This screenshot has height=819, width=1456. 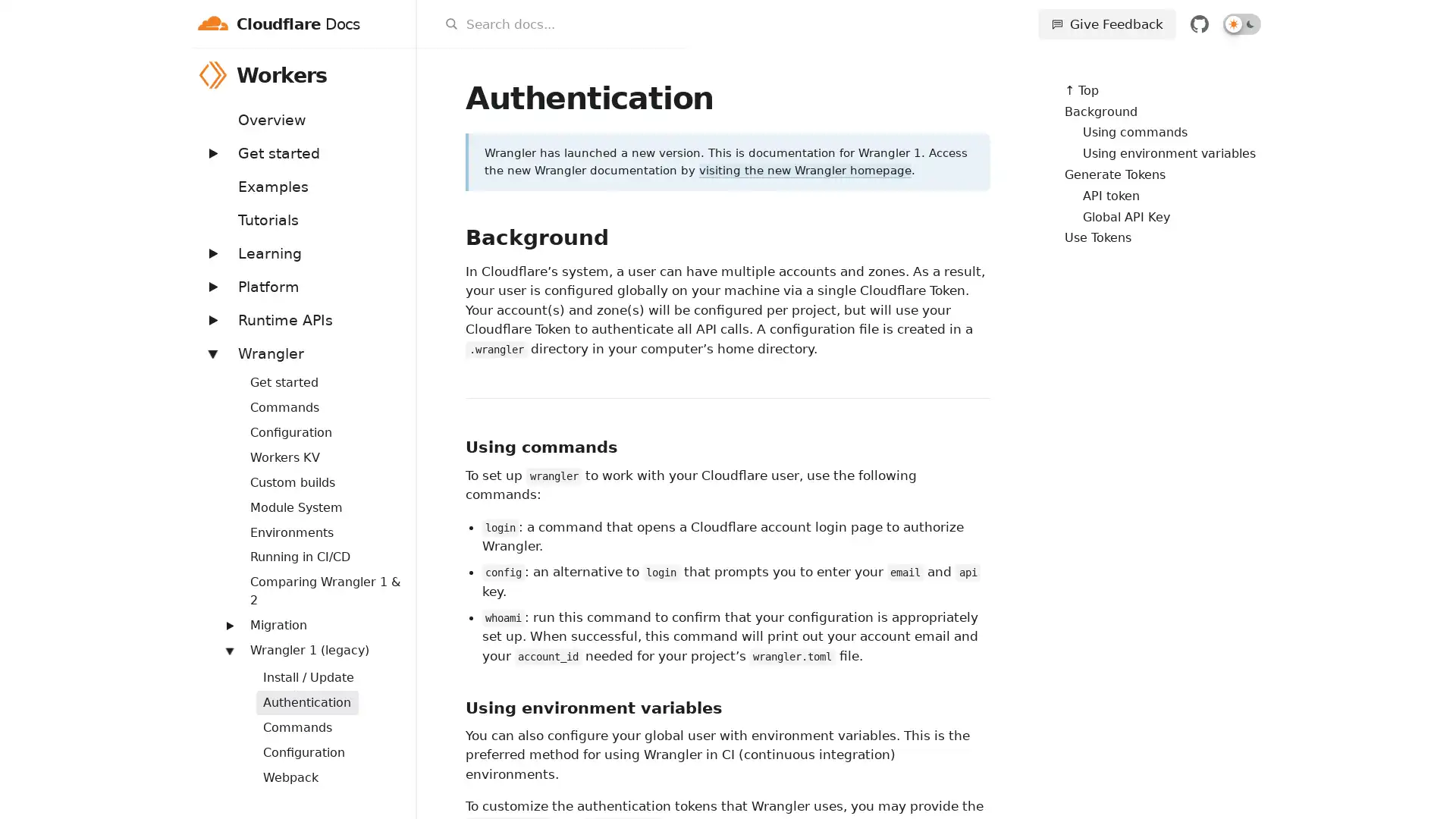 I want to click on Expand: Get started, so click(x=211, y=152).